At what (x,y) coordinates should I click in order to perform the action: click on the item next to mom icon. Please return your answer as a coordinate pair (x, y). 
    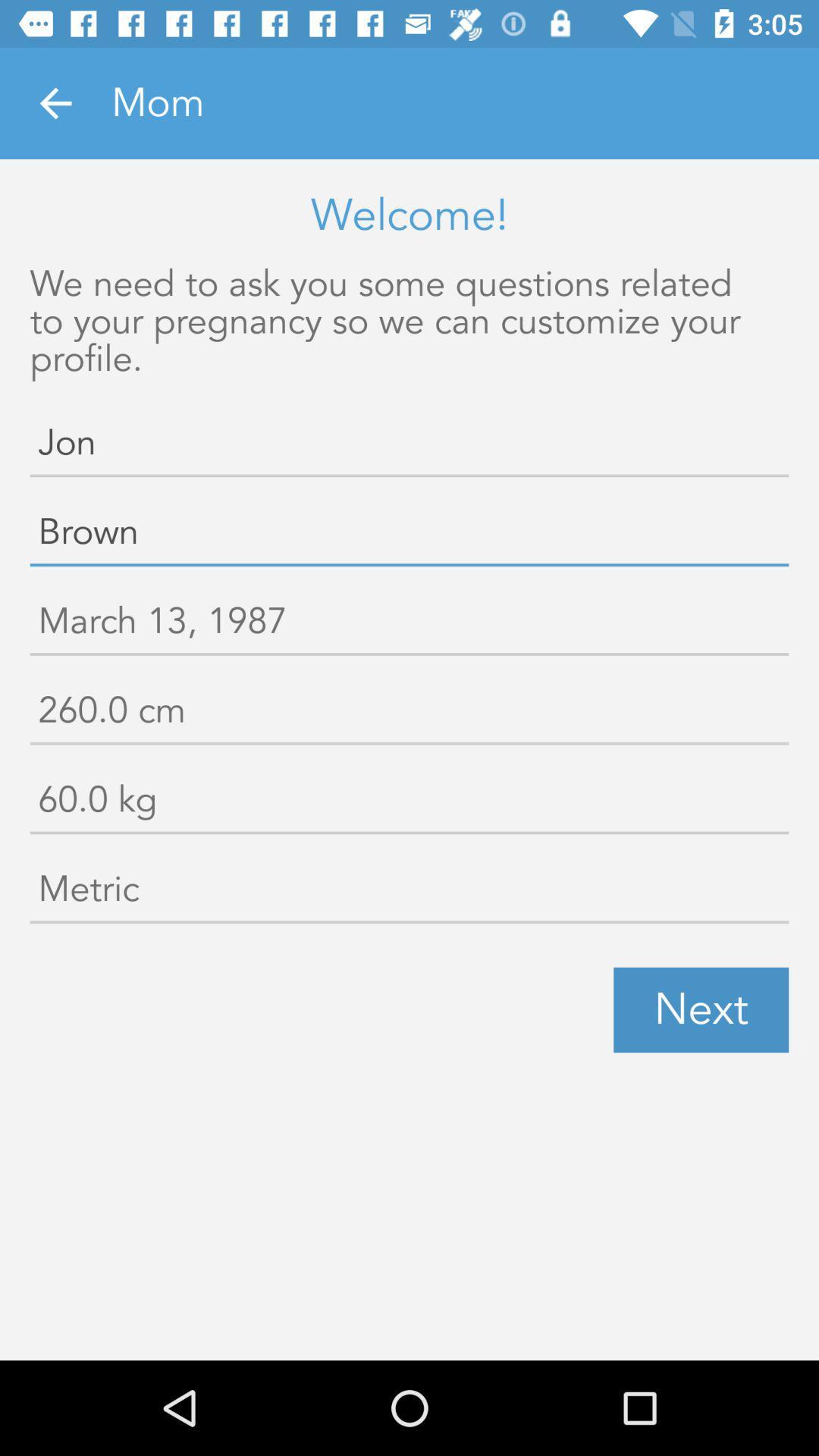
    Looking at the image, I should click on (55, 102).